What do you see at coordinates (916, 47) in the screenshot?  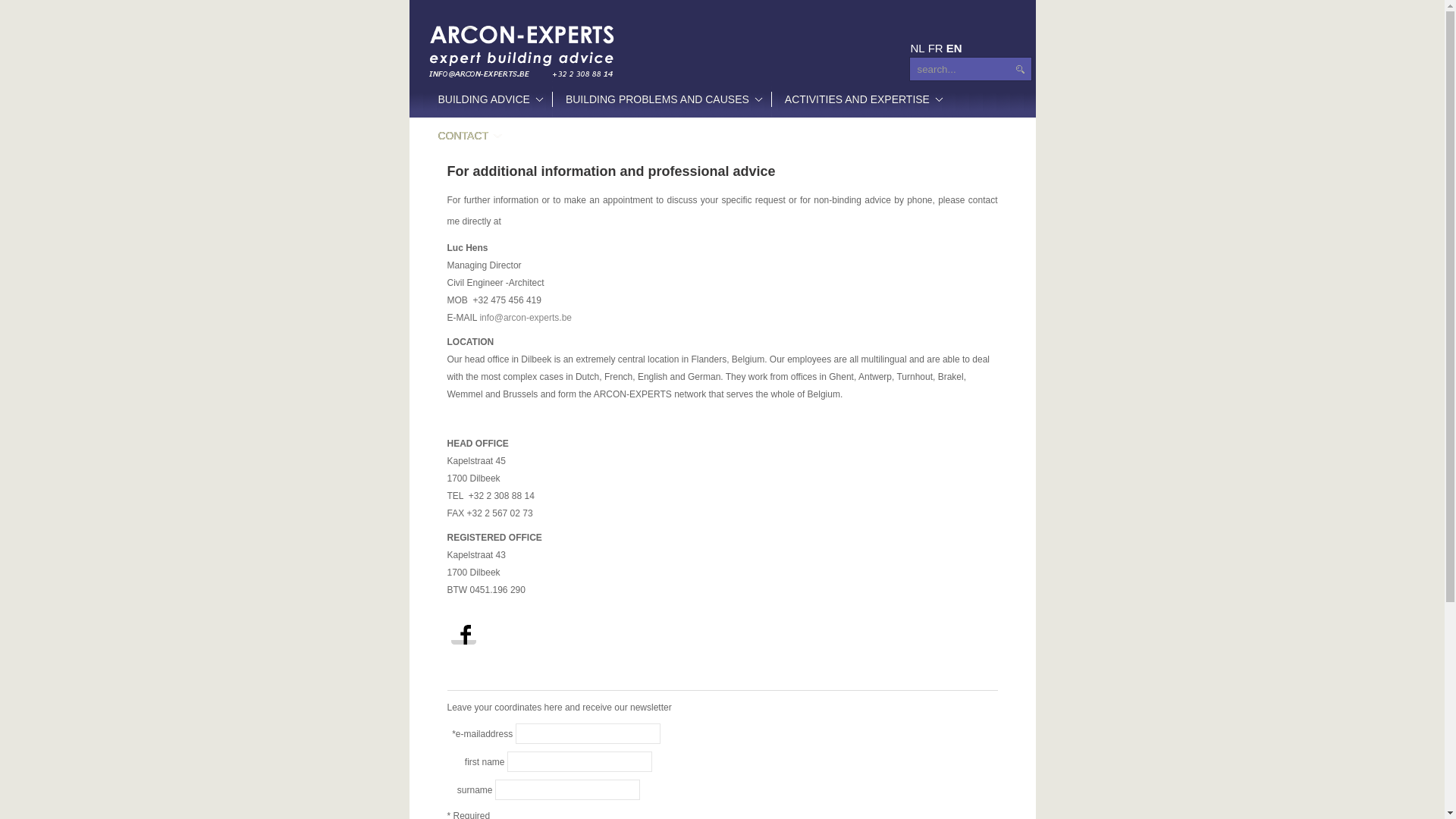 I see `'NL'` at bounding box center [916, 47].